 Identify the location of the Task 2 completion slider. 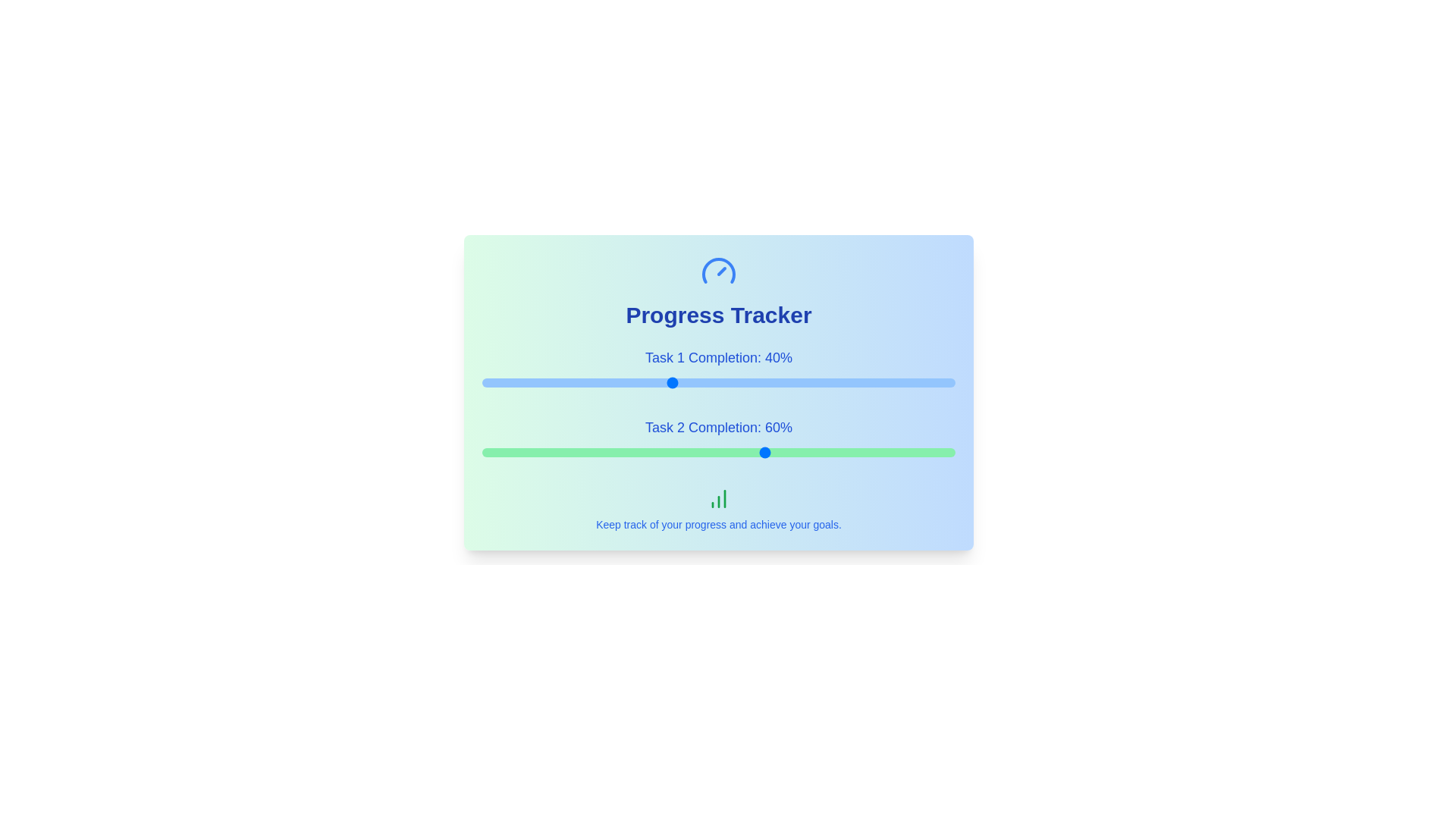
(733, 452).